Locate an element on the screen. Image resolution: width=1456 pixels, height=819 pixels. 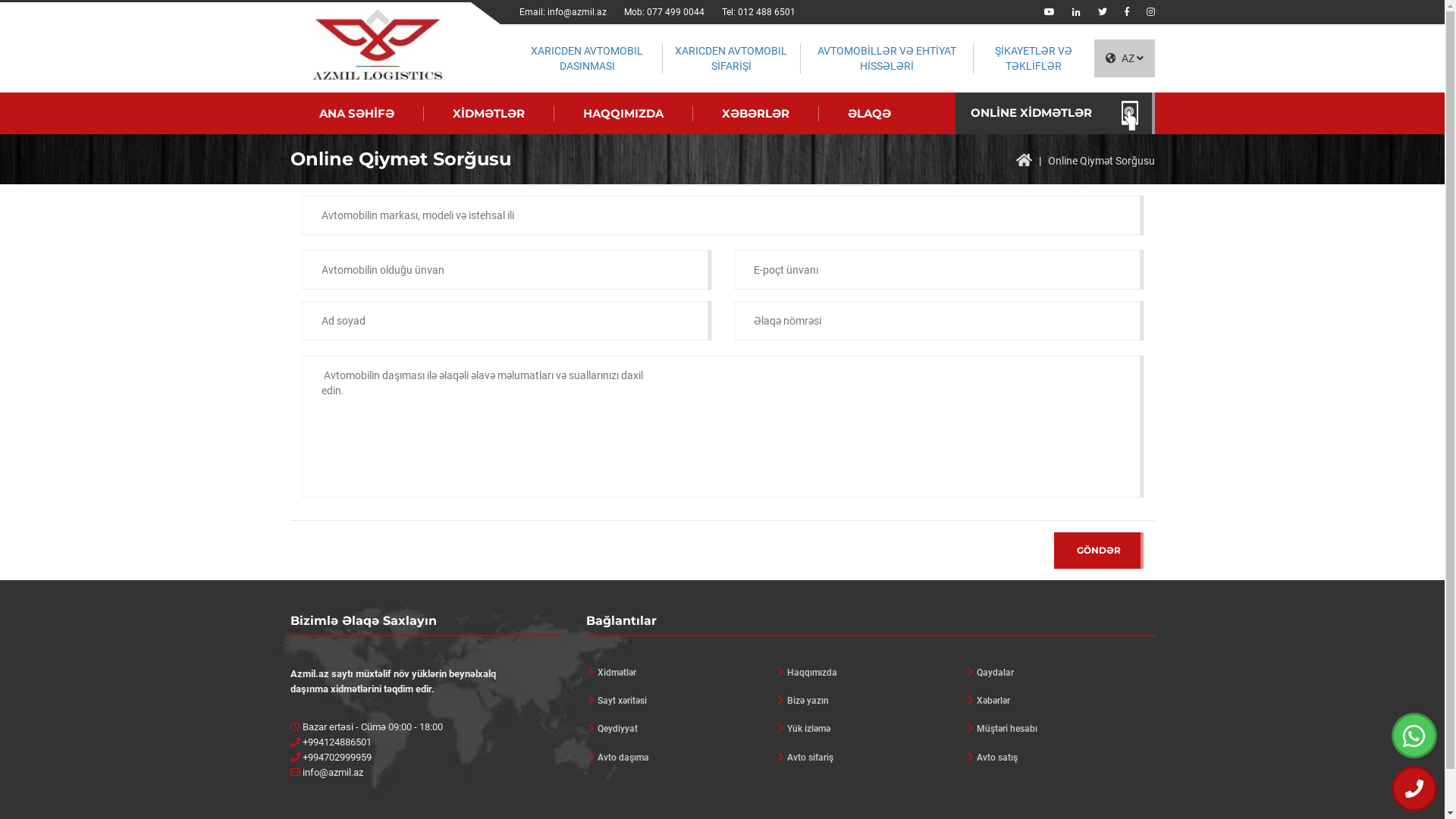
'XARICDEN AVTOMOBIL DASINMASI' is located at coordinates (585, 58).